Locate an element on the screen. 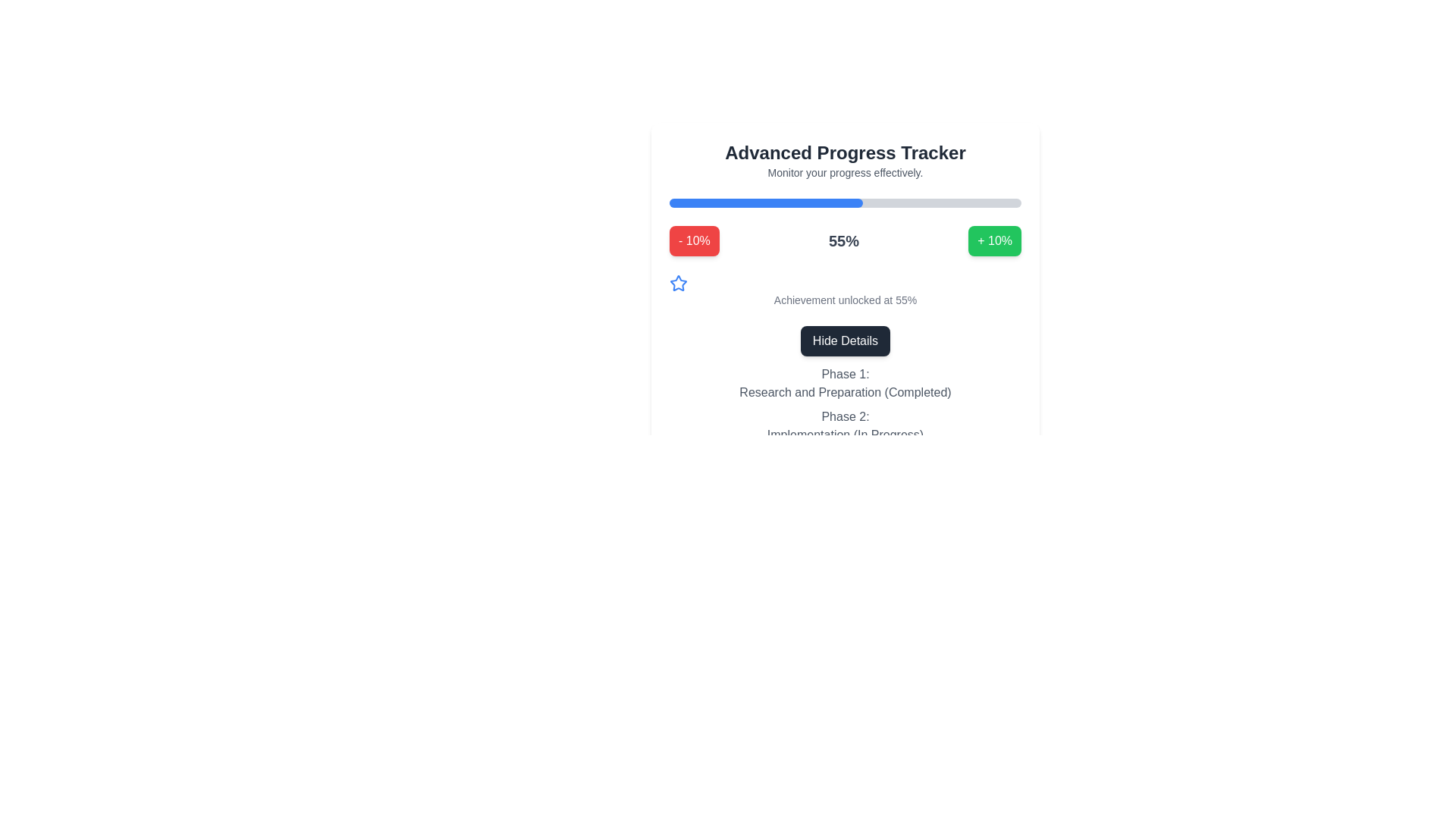 The width and height of the screenshot is (1456, 819). the 'Hide Details' button with a dark gray background and white text is located at coordinates (844, 341).